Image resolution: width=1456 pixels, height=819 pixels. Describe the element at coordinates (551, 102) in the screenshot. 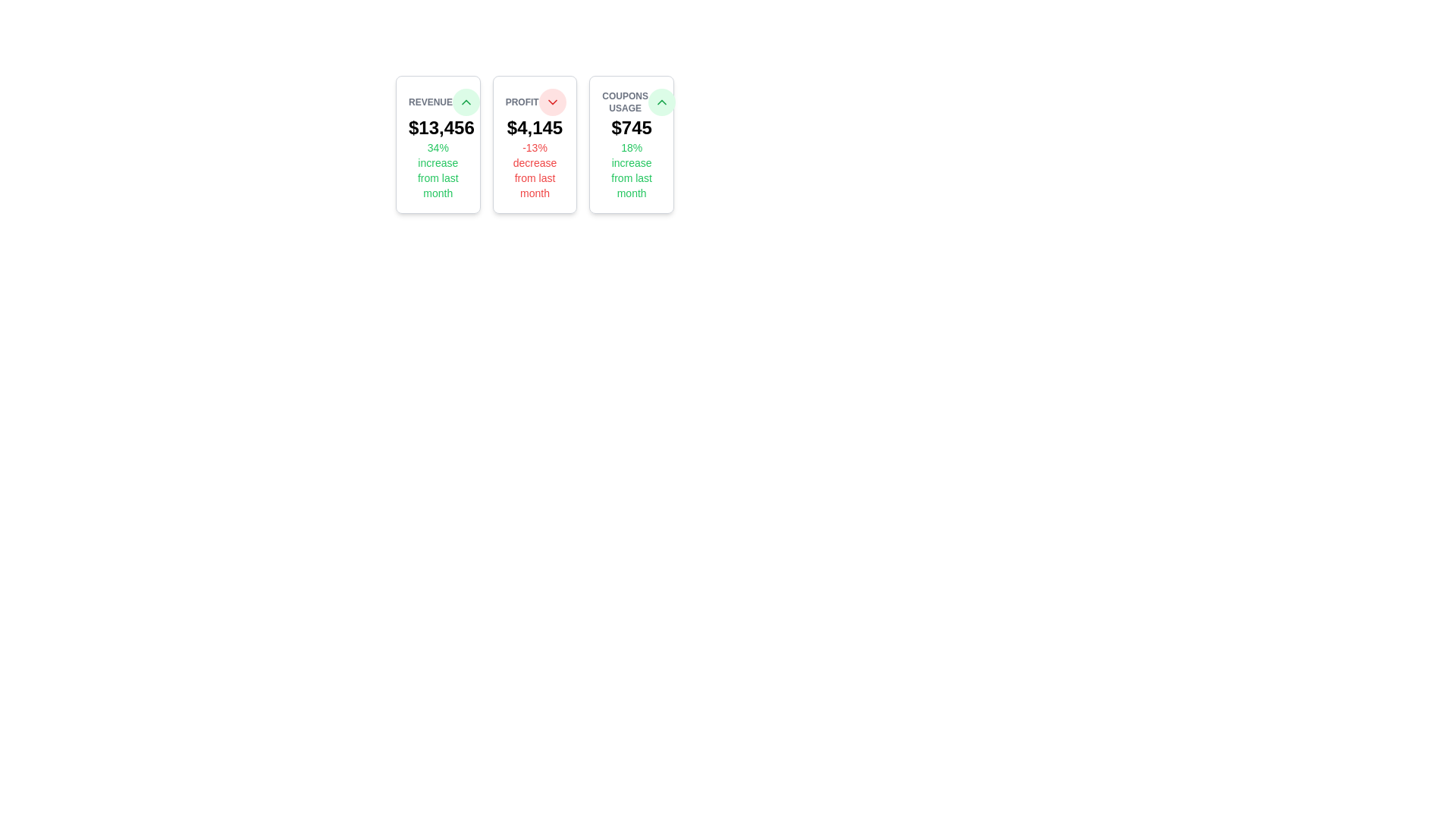

I see `the Dropdown indicator located at the top-right of the card labeled 'PROFIT $4,145 -13% decrease from last month'` at that location.